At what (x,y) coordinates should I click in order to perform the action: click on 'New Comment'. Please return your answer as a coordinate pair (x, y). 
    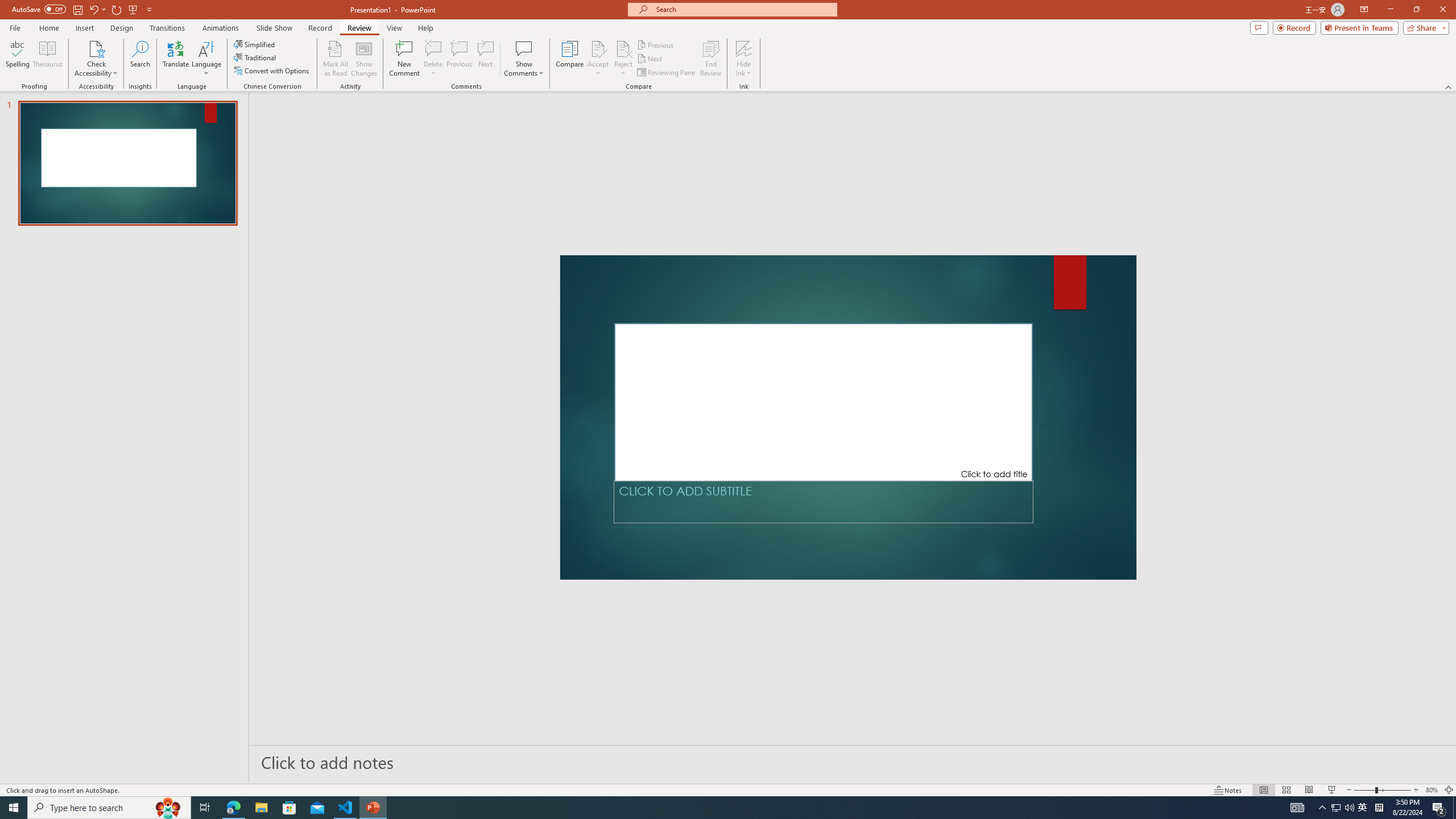
    Looking at the image, I should click on (403, 59).